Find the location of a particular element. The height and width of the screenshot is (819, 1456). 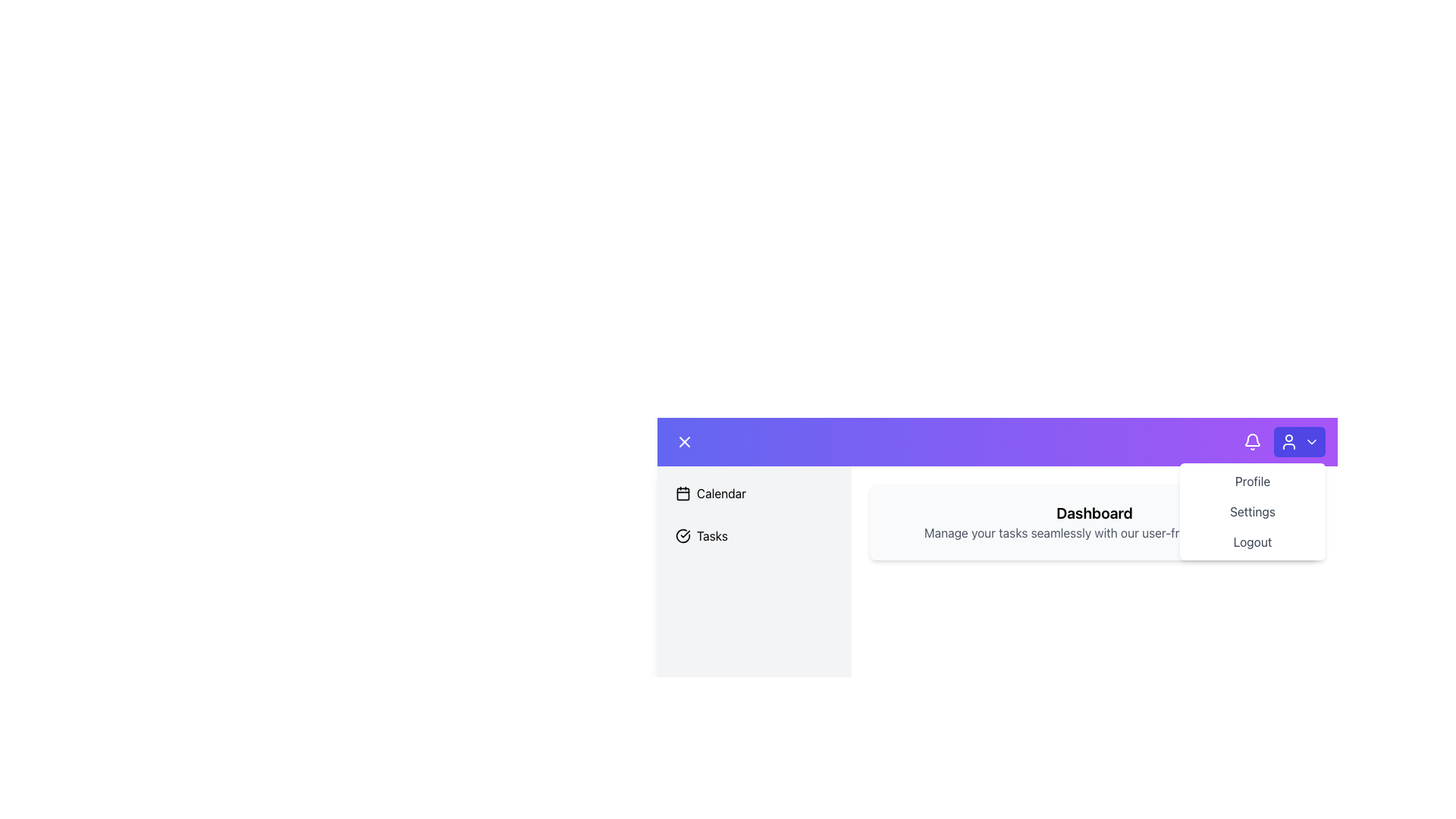

text from the Descriptive Panel titled 'Dashboard', which contains the description 'Manage your tasks seamlessly with our user-friendly platform.' is located at coordinates (1094, 522).